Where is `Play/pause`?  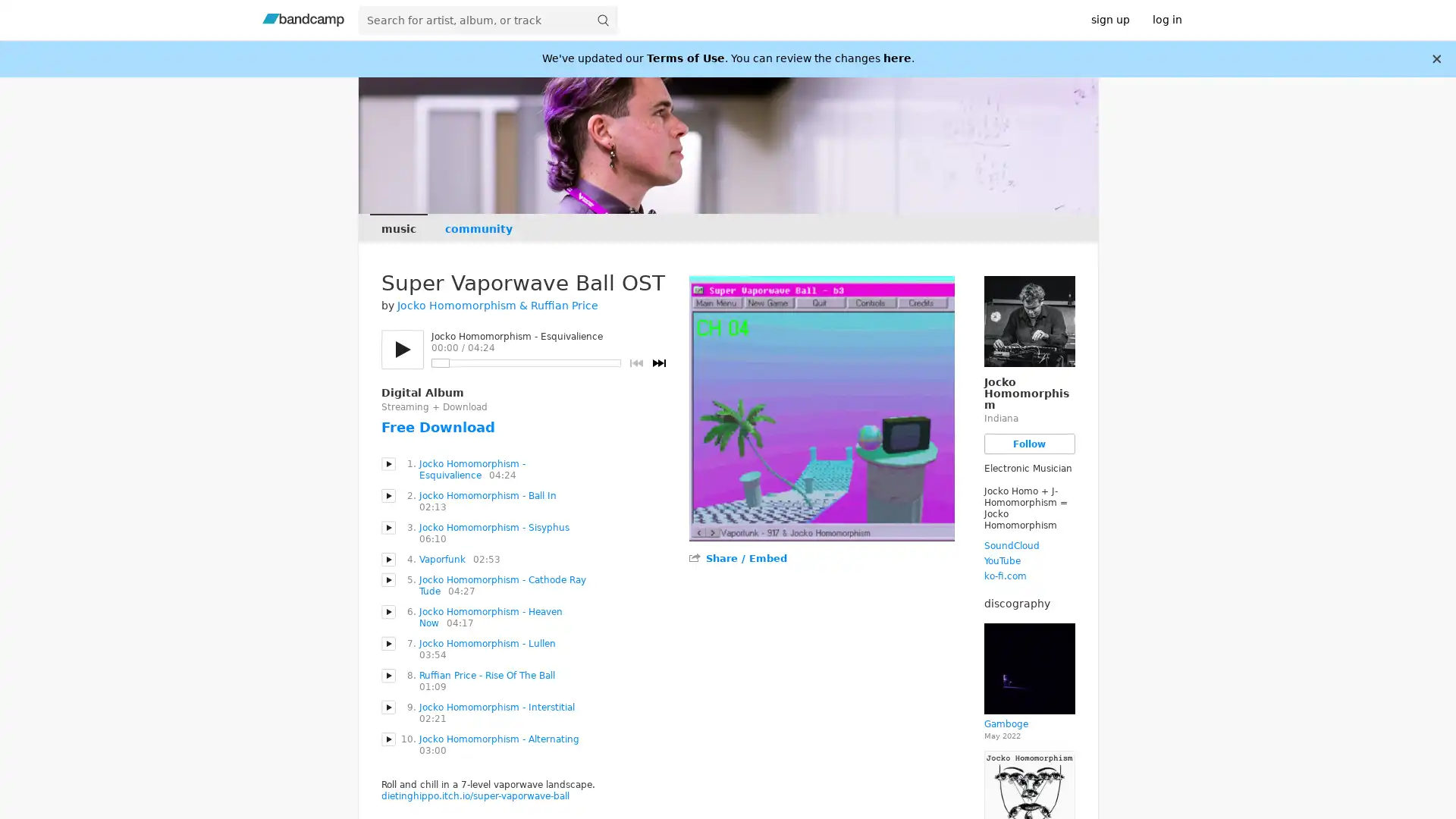
Play/pause is located at coordinates (401, 350).